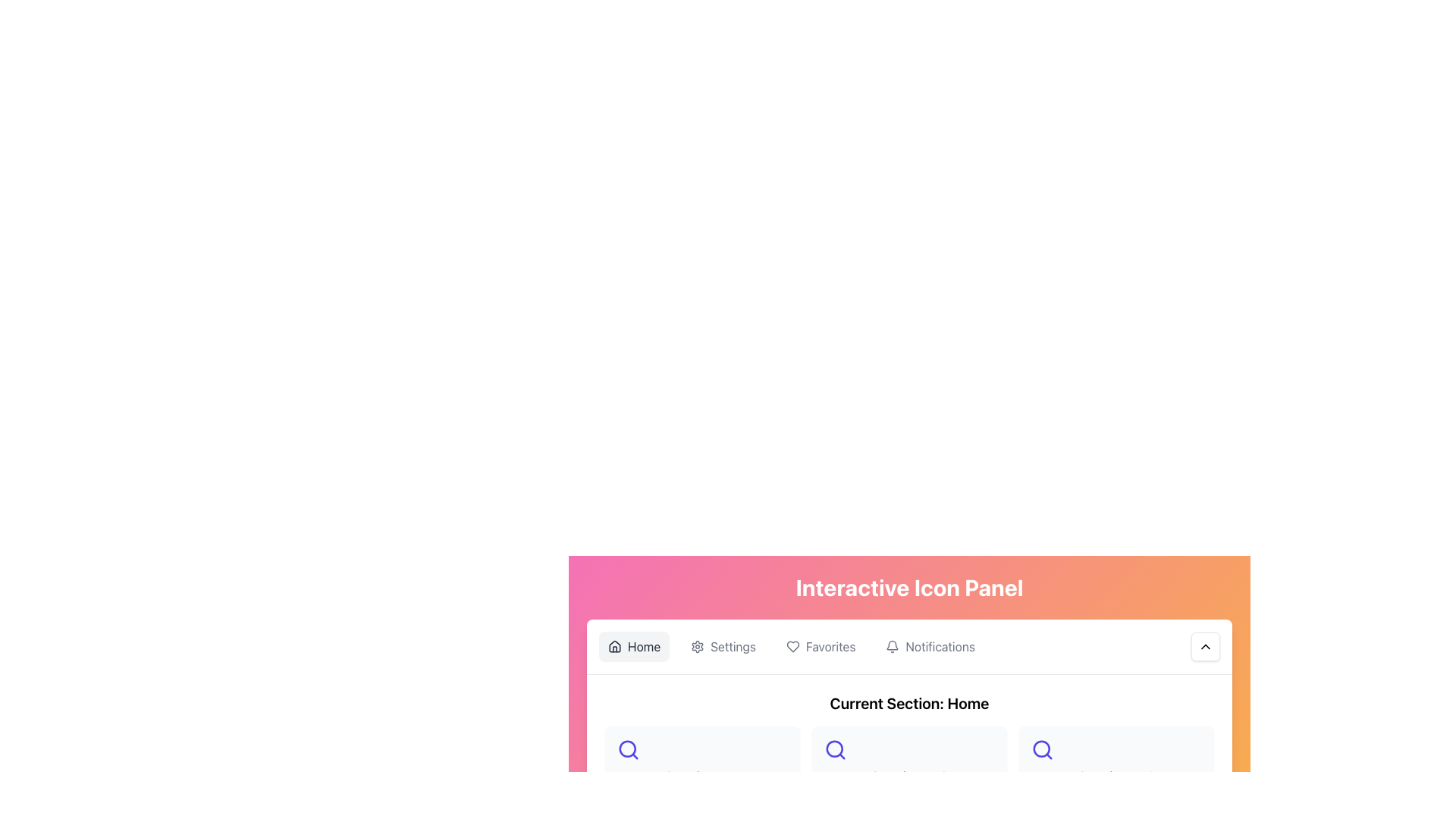  What do you see at coordinates (697, 646) in the screenshot?
I see `the gear-shaped icon button located in the upper navigation bar next to the 'Home' button and left of the 'Favorites' button` at bounding box center [697, 646].